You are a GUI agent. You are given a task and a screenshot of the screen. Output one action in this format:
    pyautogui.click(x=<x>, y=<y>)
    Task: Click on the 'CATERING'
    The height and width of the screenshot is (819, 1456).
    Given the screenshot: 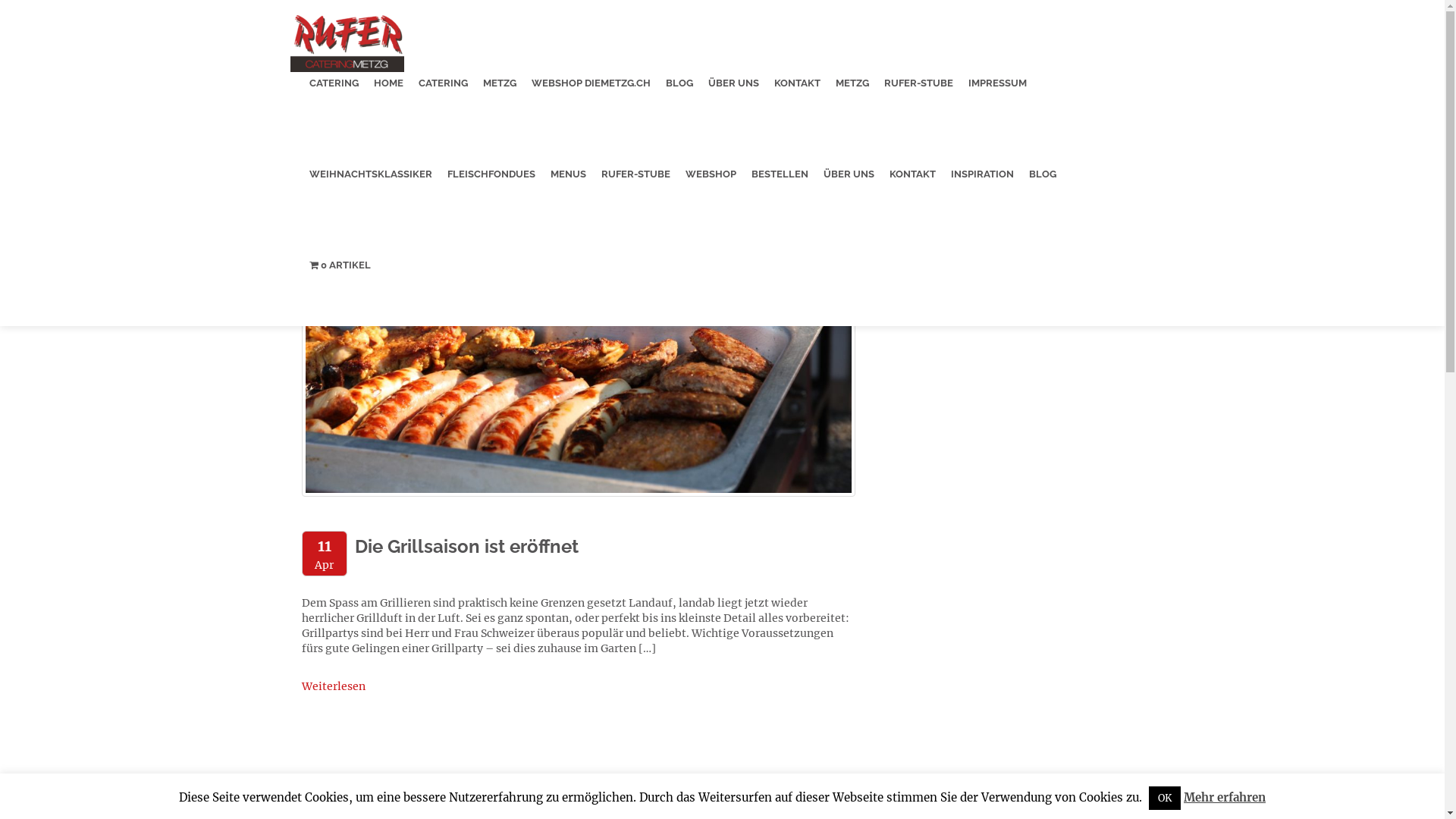 What is the action you would take?
    pyautogui.click(x=333, y=83)
    